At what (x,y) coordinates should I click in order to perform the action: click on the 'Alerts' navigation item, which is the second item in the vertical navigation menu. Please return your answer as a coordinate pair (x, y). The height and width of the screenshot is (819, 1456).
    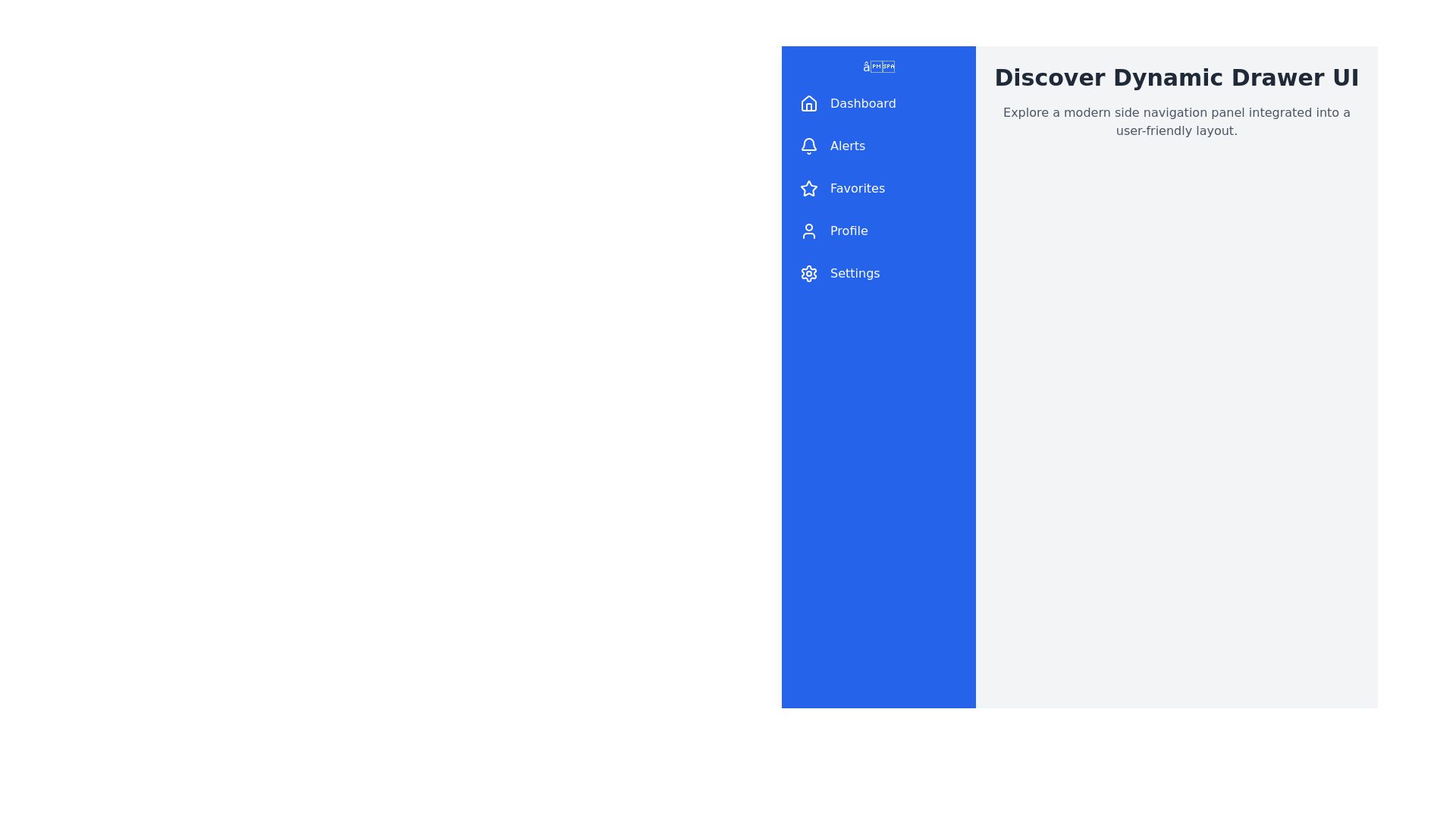
    Looking at the image, I should click on (878, 146).